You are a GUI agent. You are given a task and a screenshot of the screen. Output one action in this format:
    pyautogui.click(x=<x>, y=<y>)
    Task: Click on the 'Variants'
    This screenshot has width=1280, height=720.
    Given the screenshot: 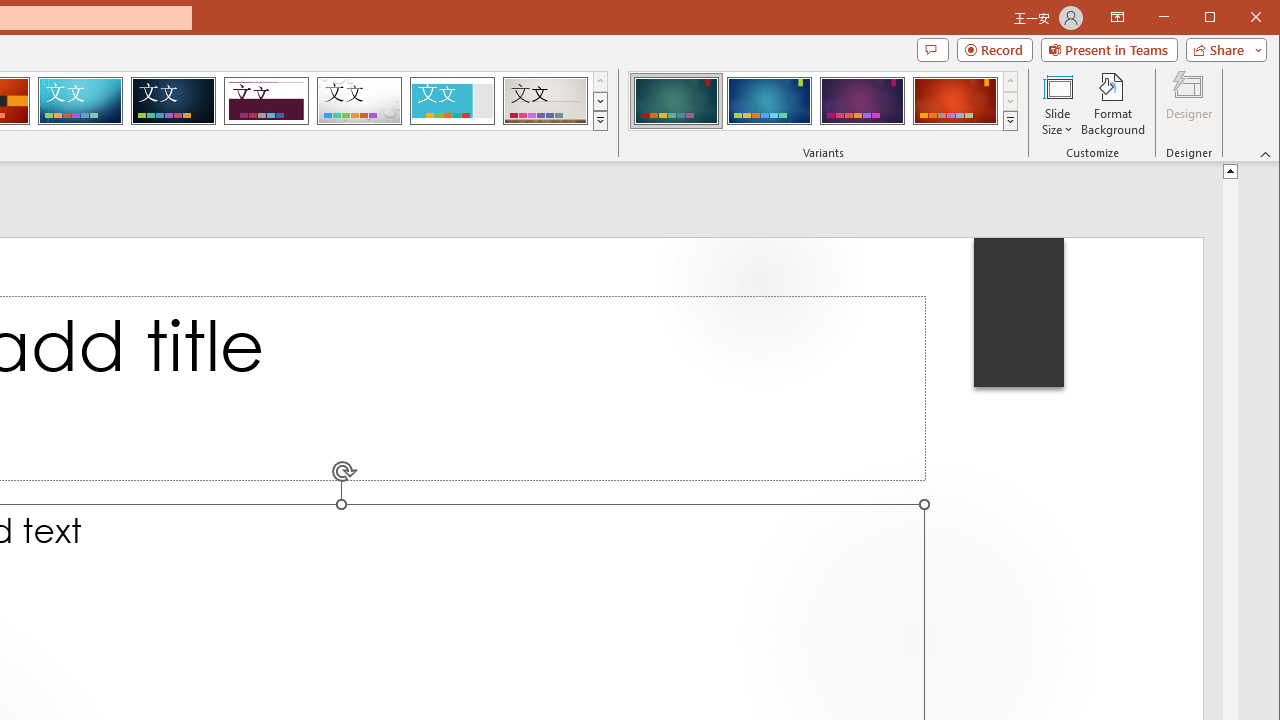 What is the action you would take?
    pyautogui.click(x=1010, y=120)
    